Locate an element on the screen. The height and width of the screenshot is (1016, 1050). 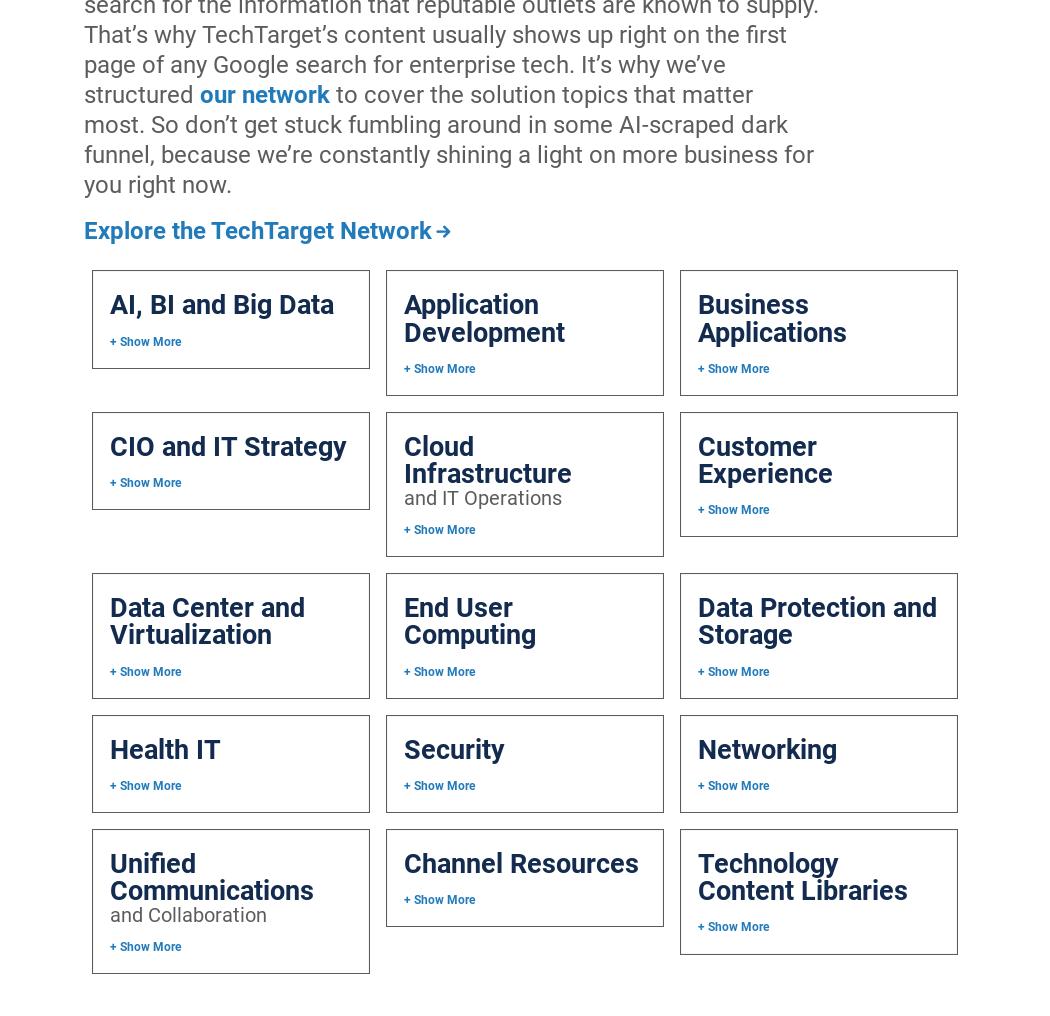
'our network' is located at coordinates (199, 93).